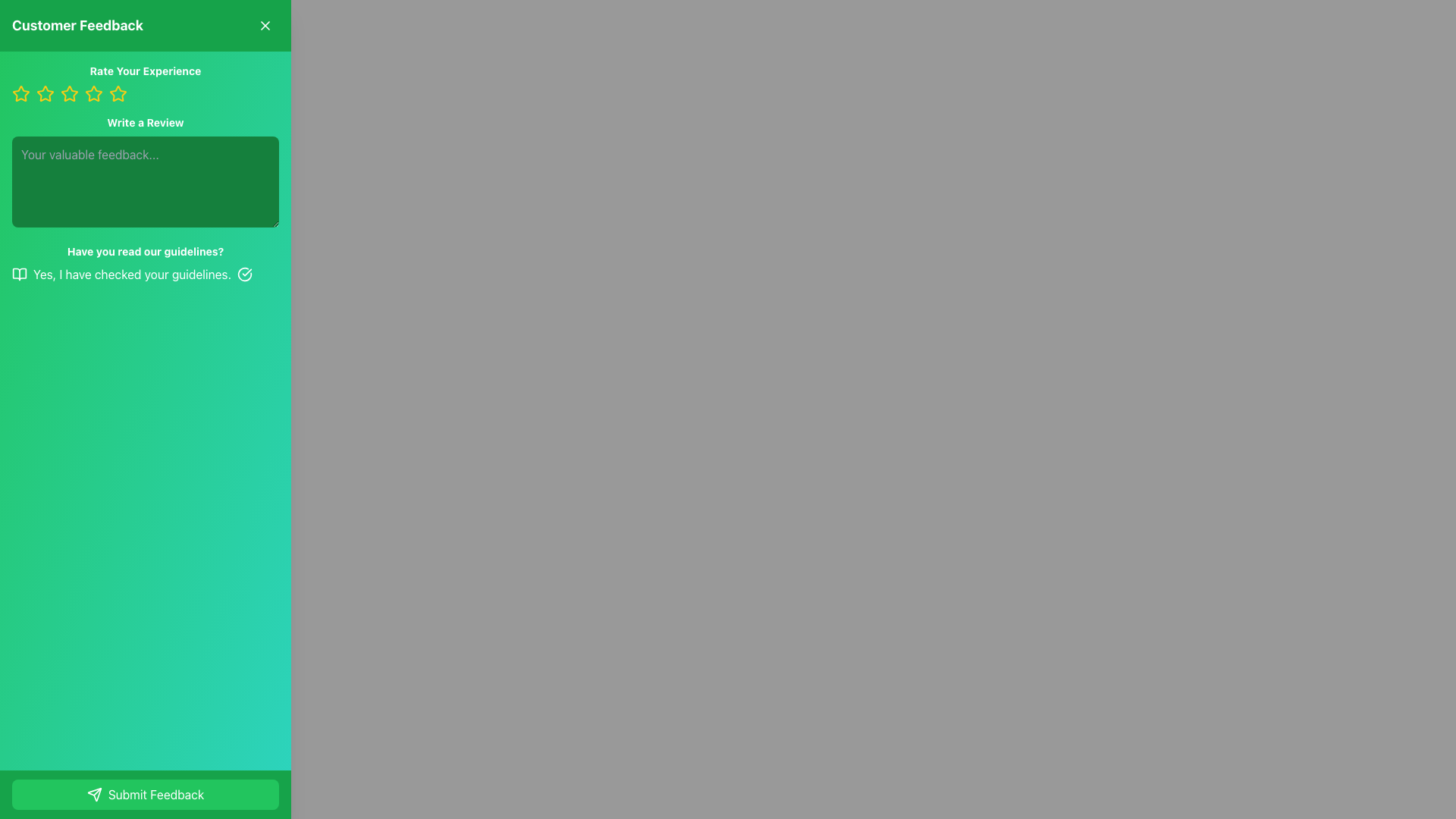  I want to click on the second star icon in the horizontal row of five stars under the 'Rate Your Experience' text, so click(93, 93).